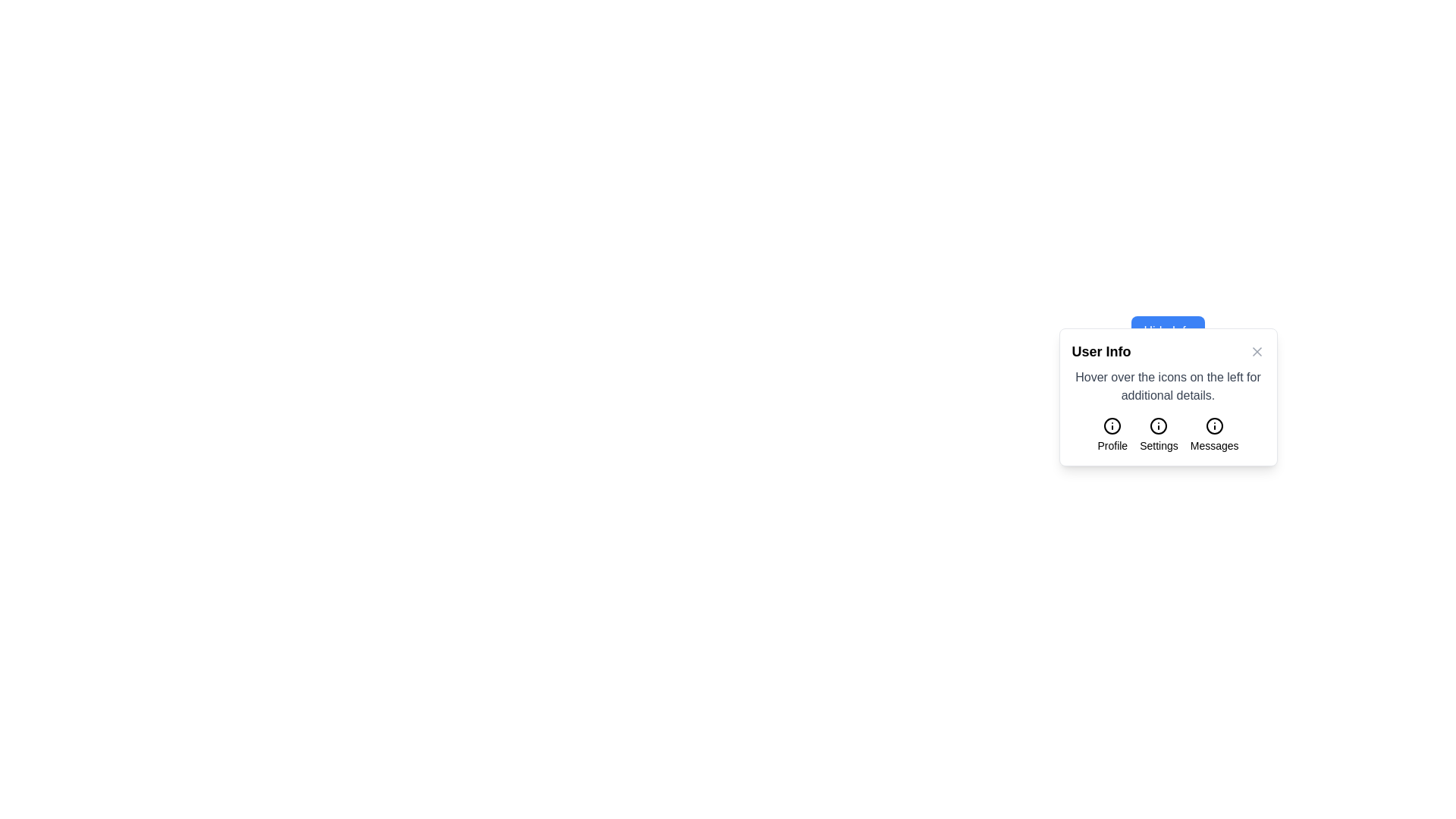  I want to click on the clickable navigation item representing 'Profile', which consists of an information icon and a text label aligned vertically, so click(1112, 435).